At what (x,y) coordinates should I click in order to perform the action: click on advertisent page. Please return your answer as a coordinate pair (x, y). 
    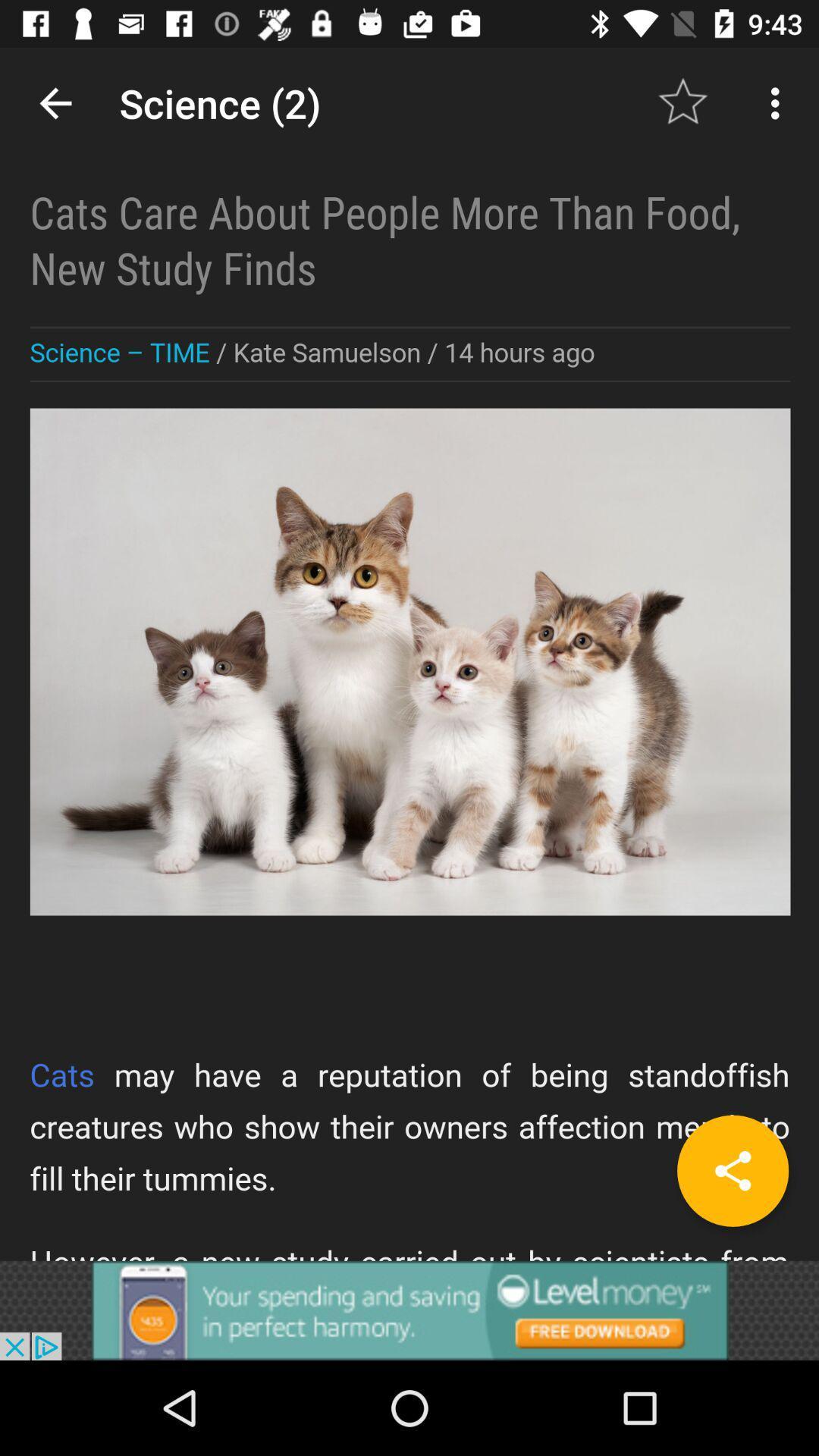
    Looking at the image, I should click on (409, 1310).